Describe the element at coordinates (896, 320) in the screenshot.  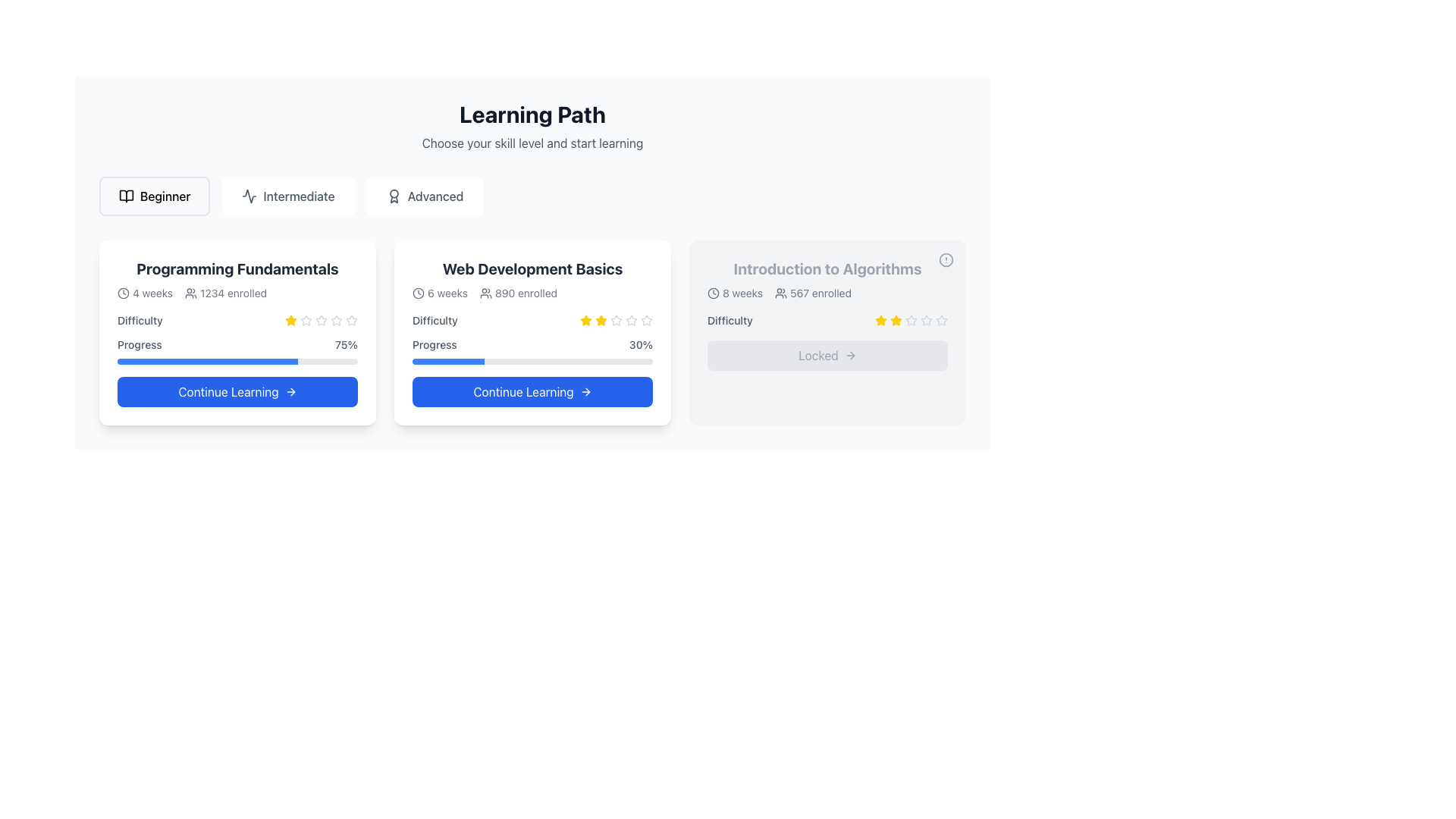
I see `the second yellow star icon in the rating section of the 'Introduction to Algorithms' card` at that location.